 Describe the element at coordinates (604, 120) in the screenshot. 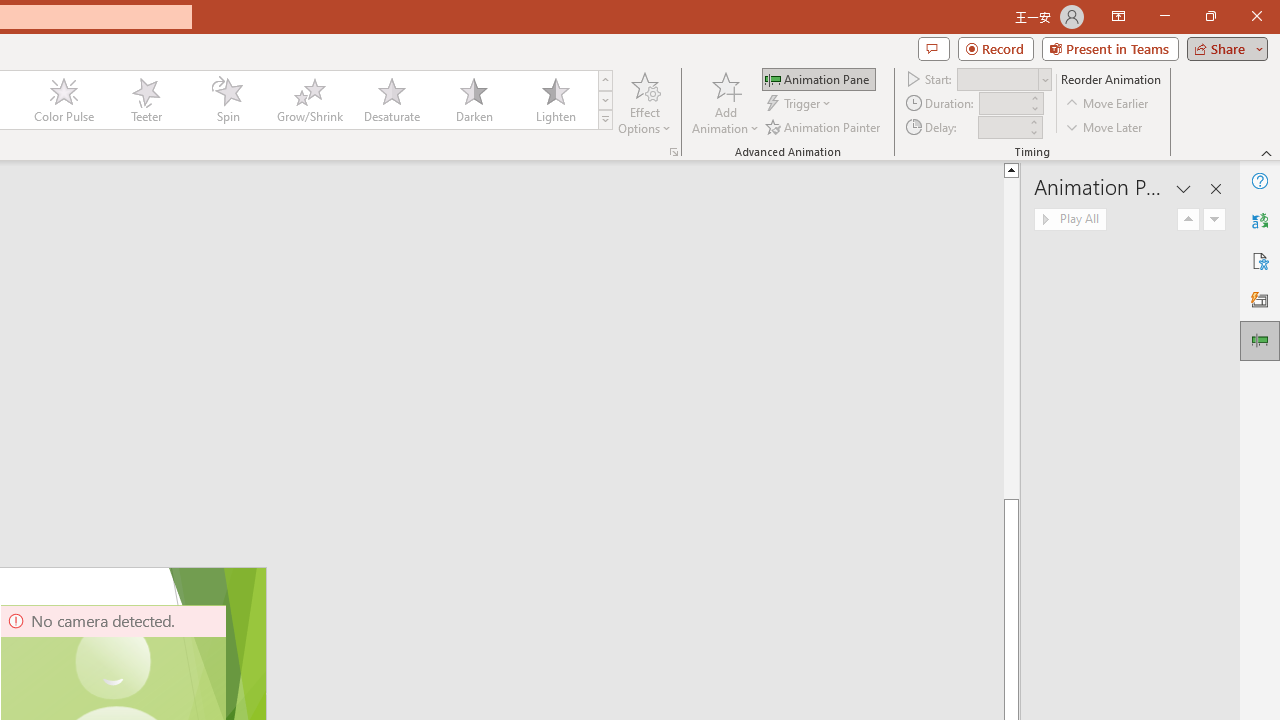

I see `'Animation Styles'` at that location.